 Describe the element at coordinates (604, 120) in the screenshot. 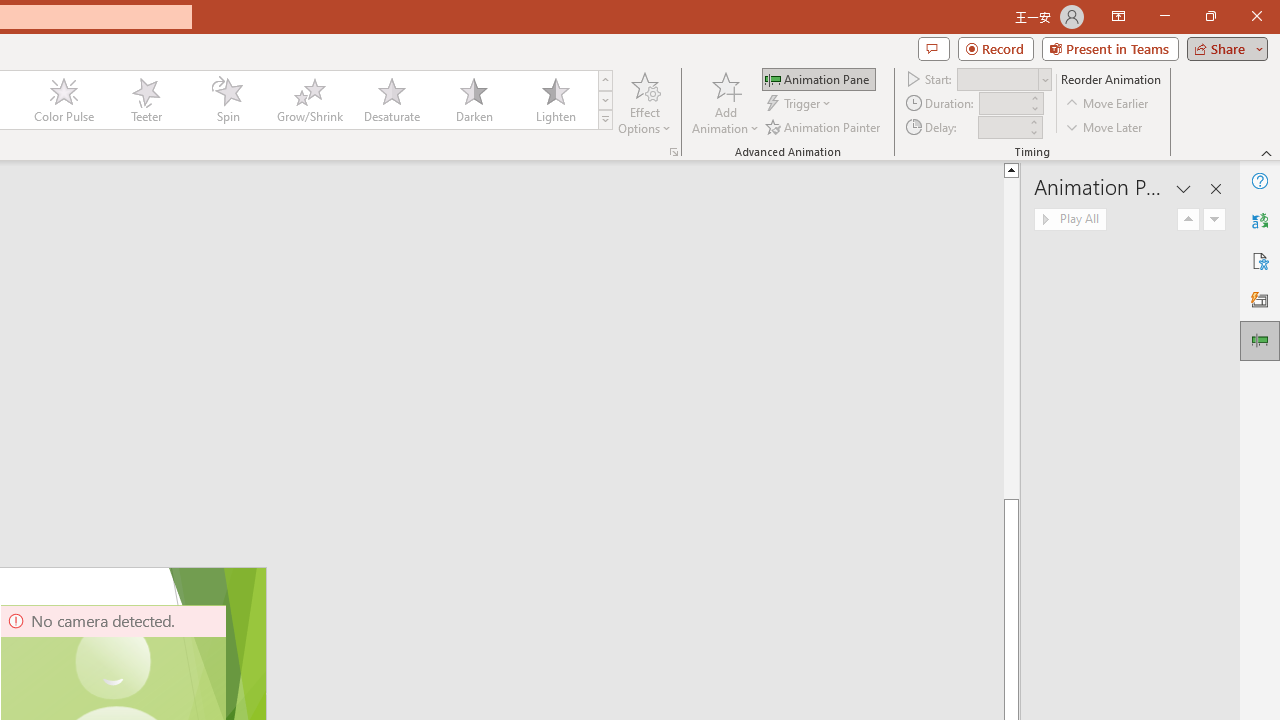

I see `'Animation Styles'` at that location.